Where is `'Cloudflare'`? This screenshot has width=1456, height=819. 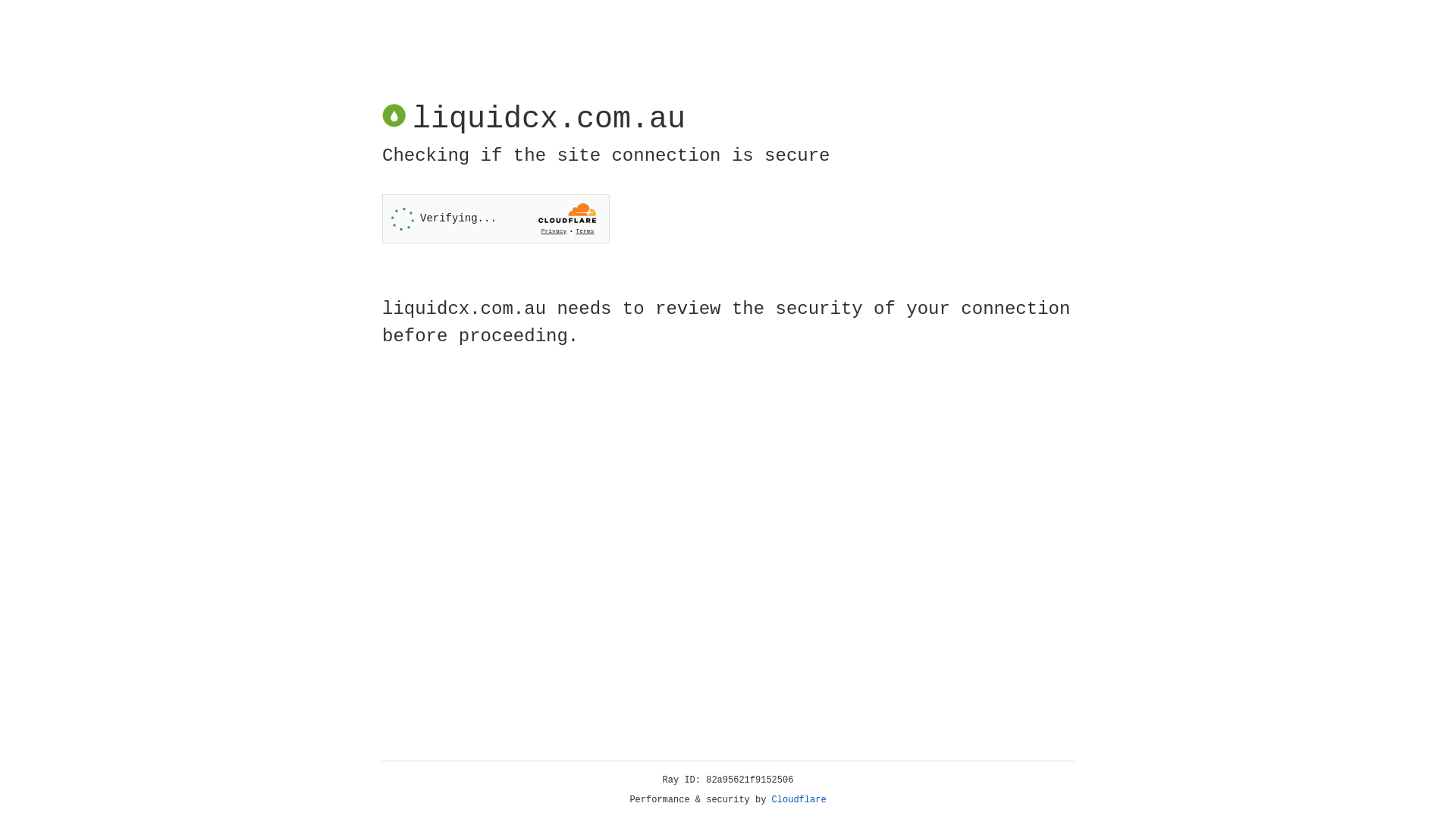
'Cloudflare' is located at coordinates (799, 799).